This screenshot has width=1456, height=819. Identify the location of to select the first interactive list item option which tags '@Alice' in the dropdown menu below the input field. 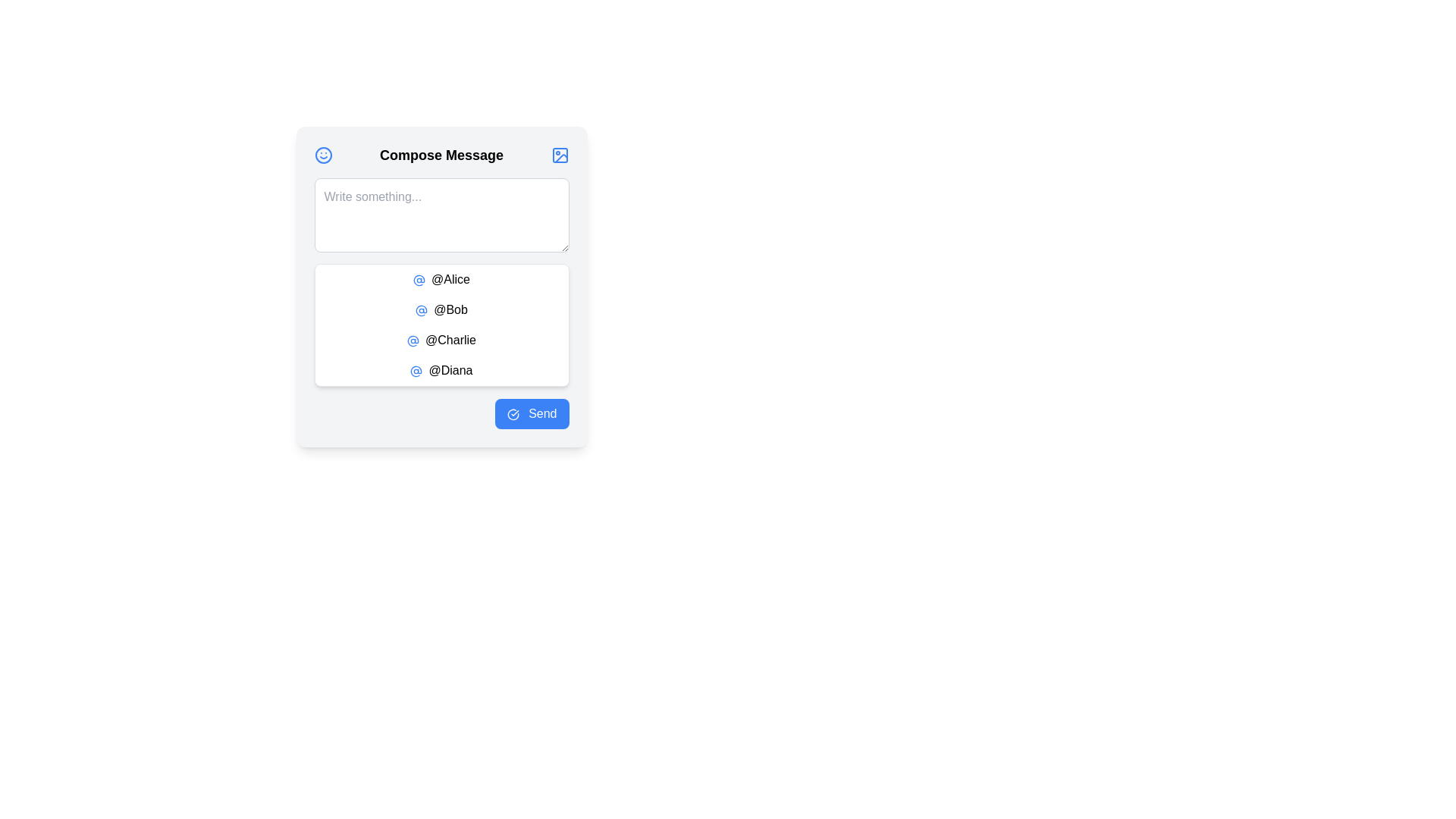
(441, 280).